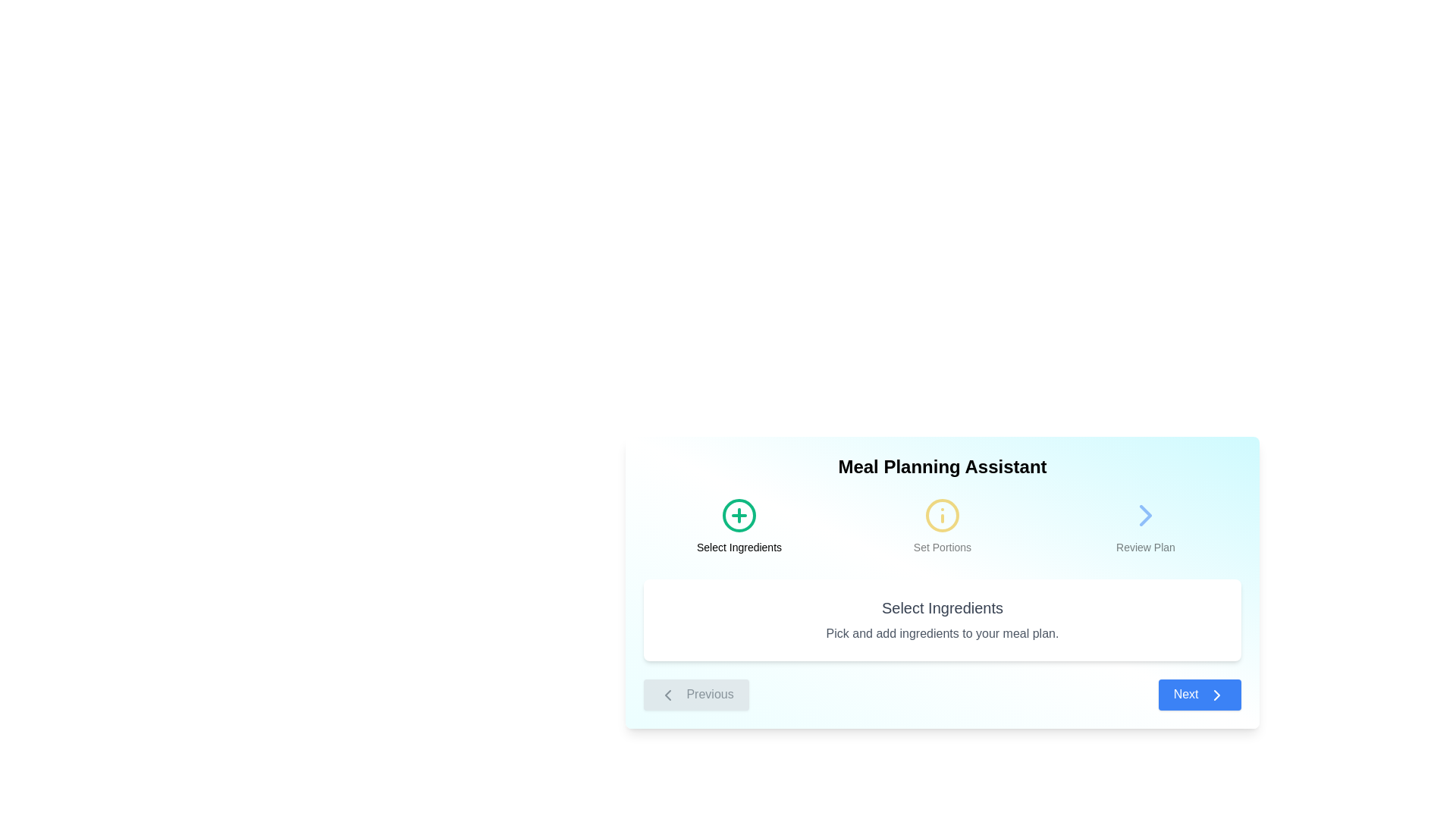  What do you see at coordinates (942, 514) in the screenshot?
I see `the Information icon located directly above the 'Set Portions' label in the main interface section` at bounding box center [942, 514].